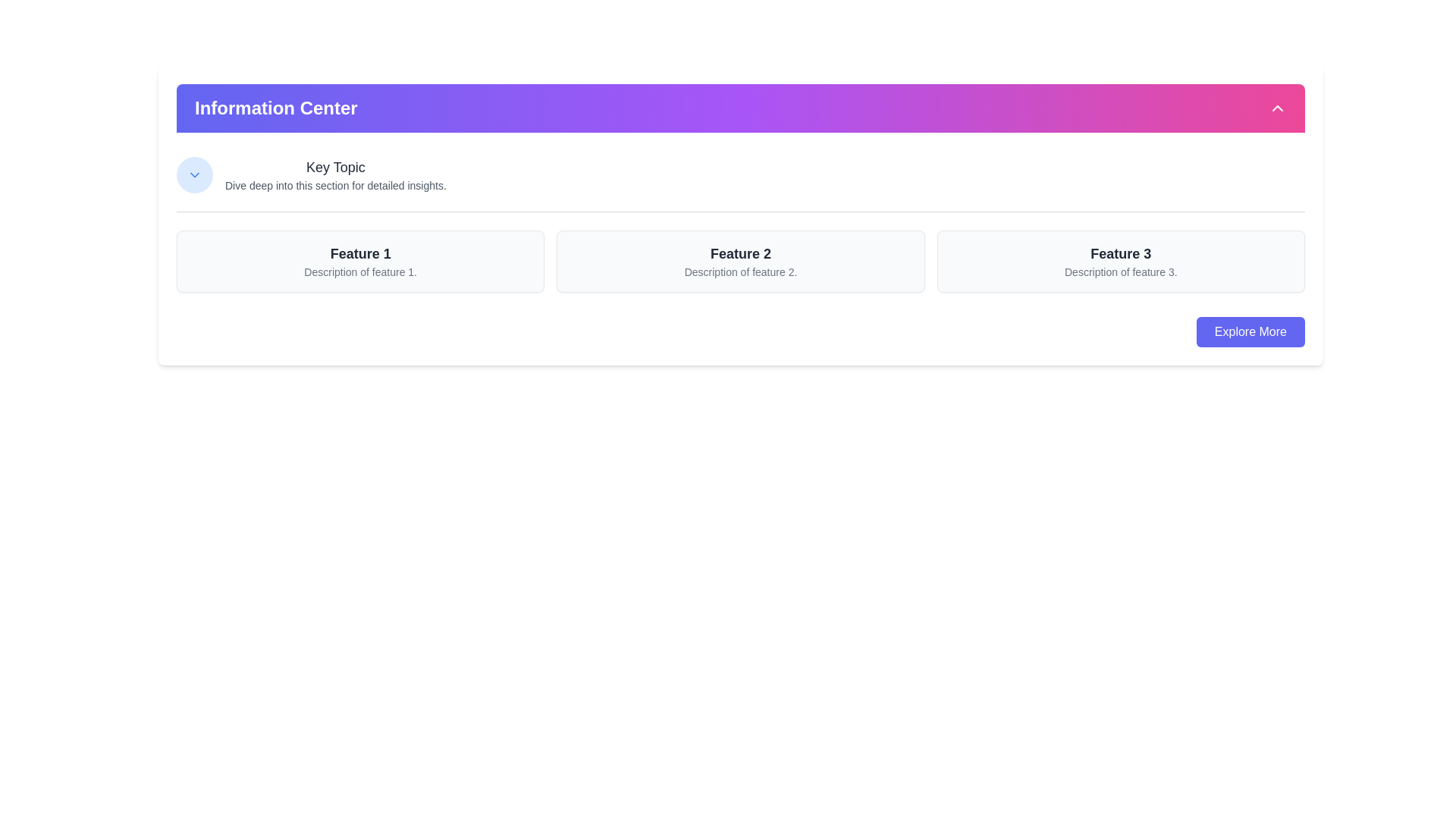 This screenshot has width=1456, height=819. What do you see at coordinates (740, 271) in the screenshot?
I see `the text label element that contains the description 'Description of feature 2.' located below the 'Feature 2' heading in the second column of the feature cards` at bounding box center [740, 271].